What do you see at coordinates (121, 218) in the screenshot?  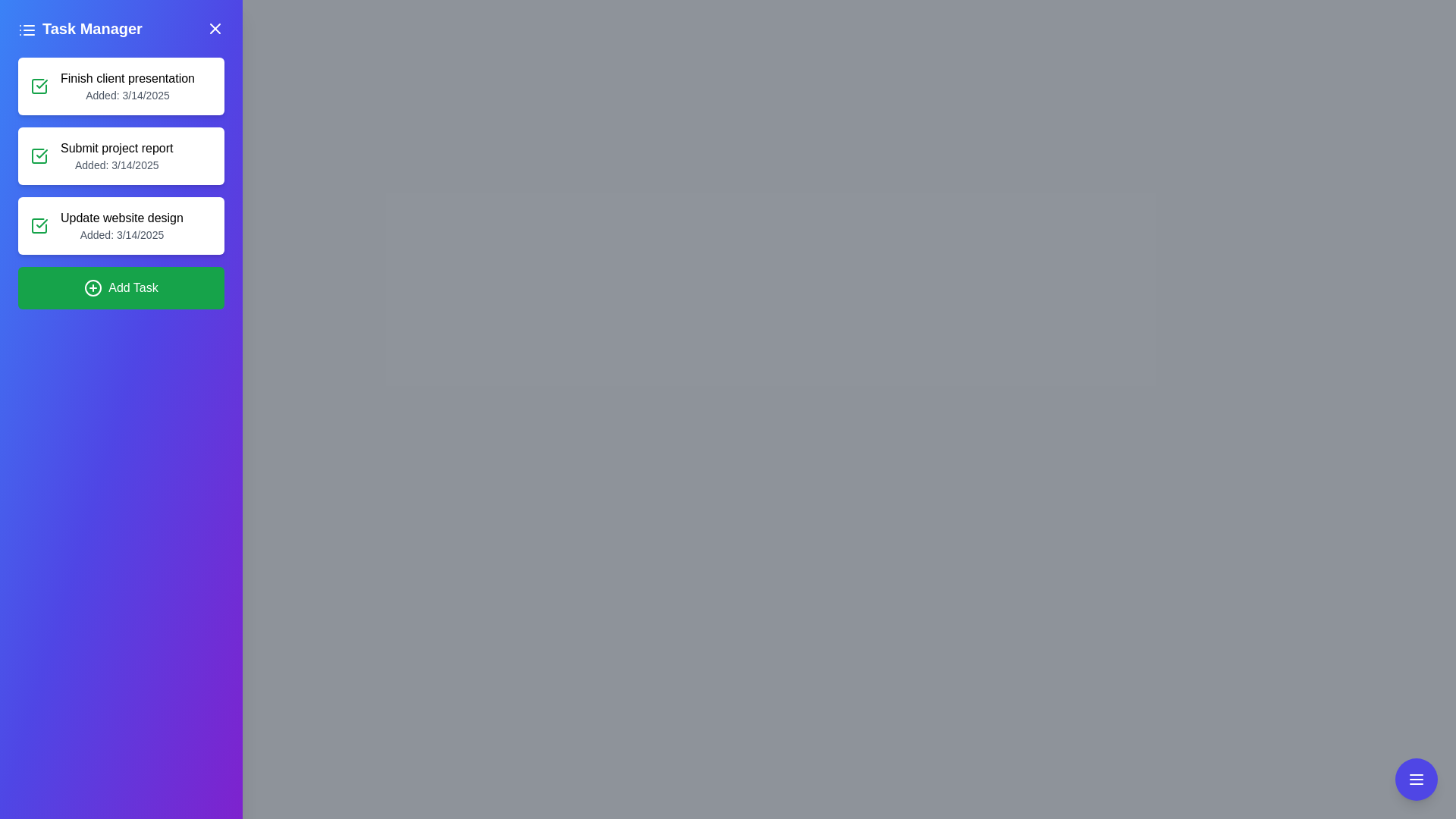 I see `the text label displaying 'Update website design' located at the top of the third task card in the vertical list of tasks` at bounding box center [121, 218].